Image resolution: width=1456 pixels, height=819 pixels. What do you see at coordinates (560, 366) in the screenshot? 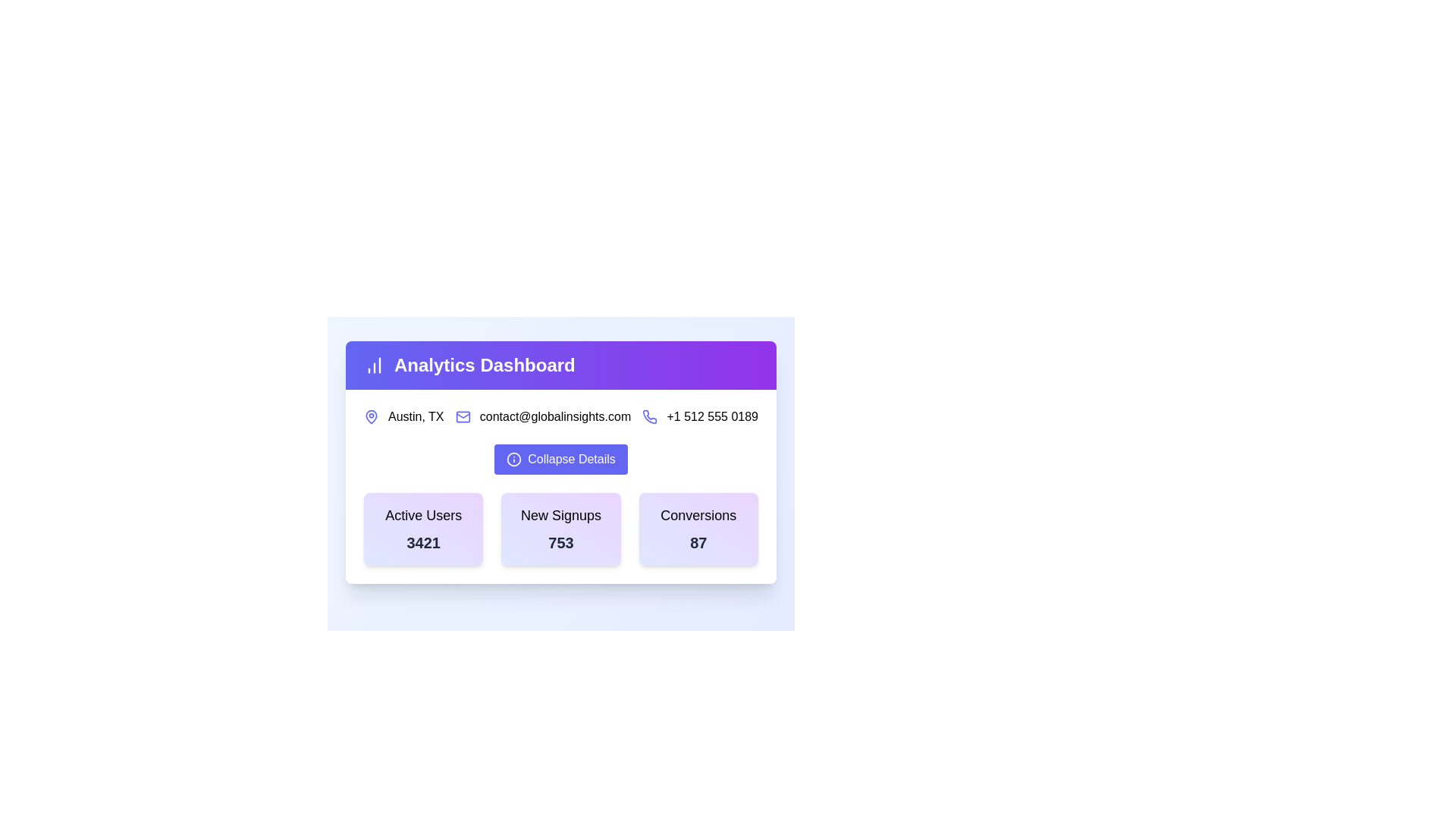
I see `the header element with a gradient background transitioning from indigo to purple, featuring the text 'Analytics Dashboard' and a bar chart icon on the left` at bounding box center [560, 366].